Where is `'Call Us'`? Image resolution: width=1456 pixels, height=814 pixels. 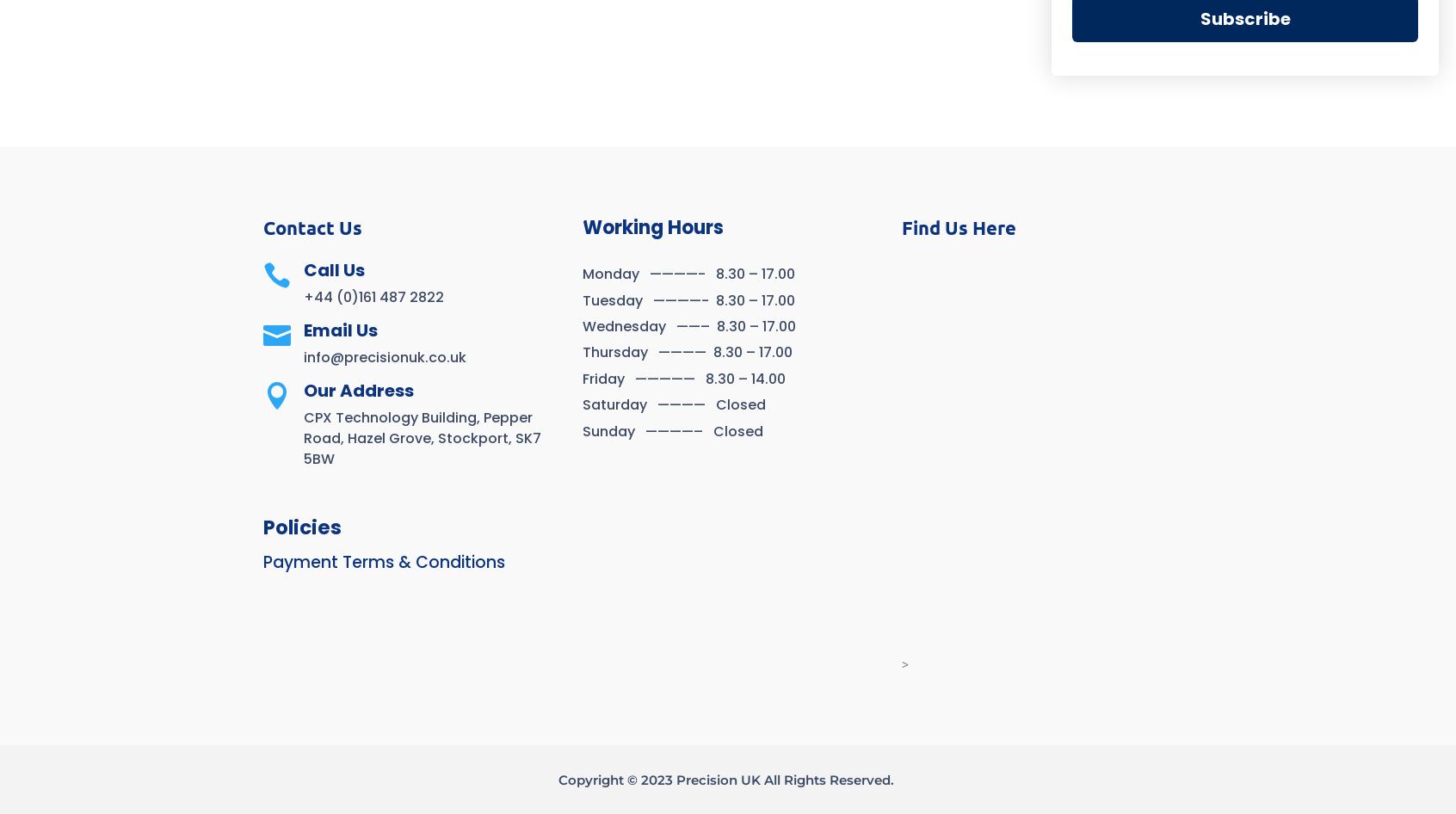
'Call Us' is located at coordinates (334, 268).